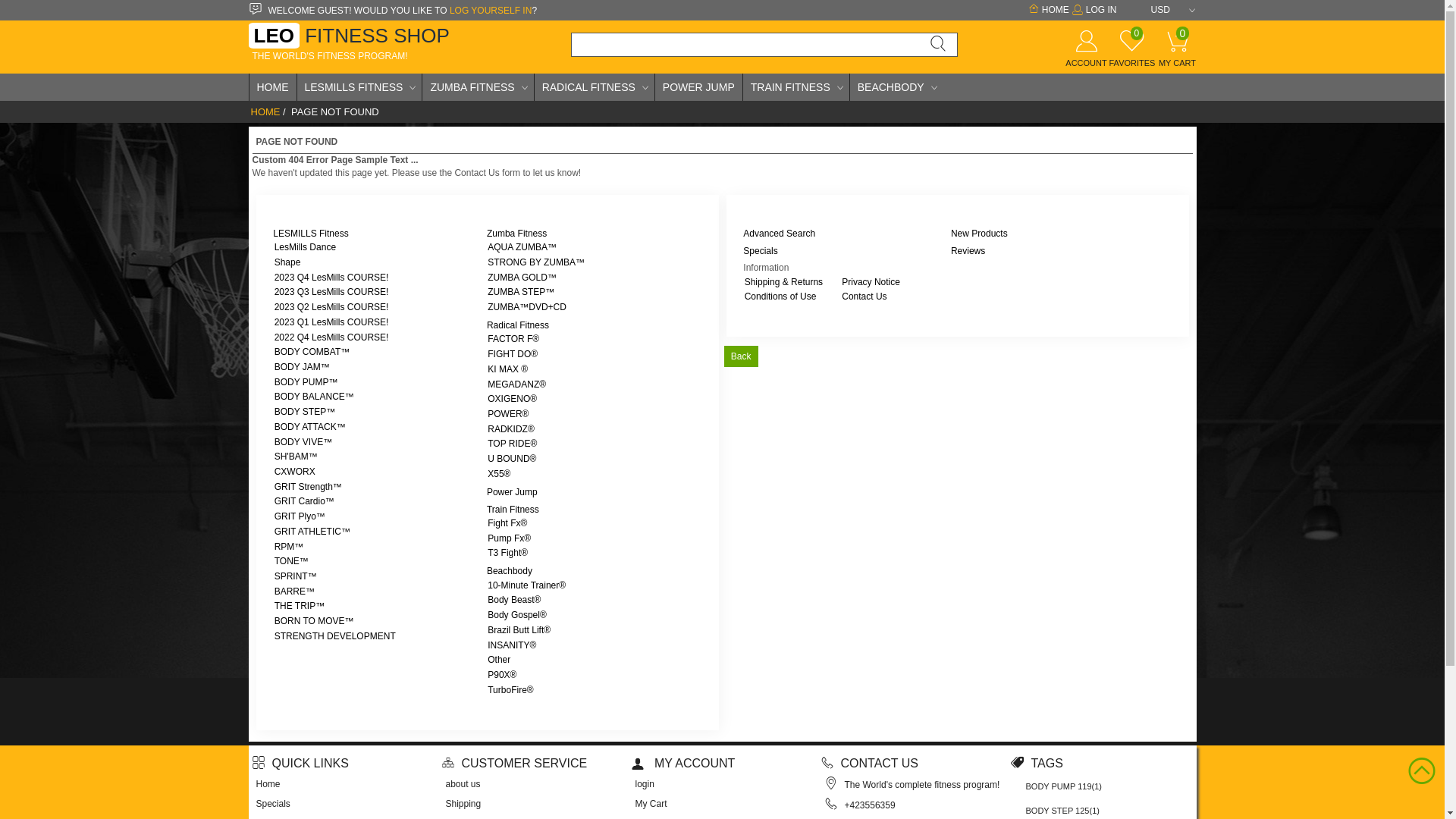  What do you see at coordinates (783, 281) in the screenshot?
I see `'Shipping & Returns'` at bounding box center [783, 281].